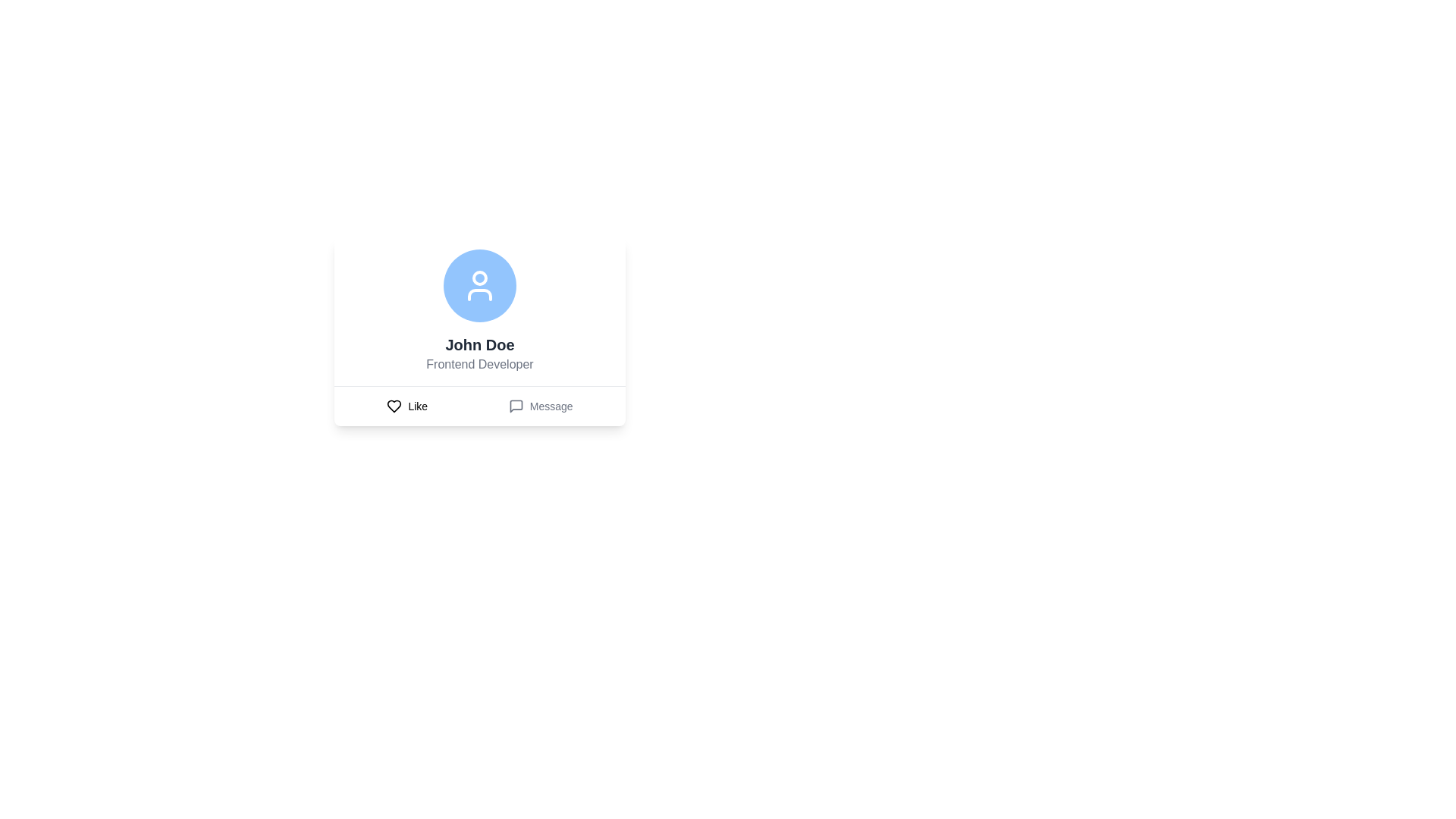  I want to click on the upper circle of the user icon graphic, which represents user identity, located at the top center of the card layout, so click(479, 278).